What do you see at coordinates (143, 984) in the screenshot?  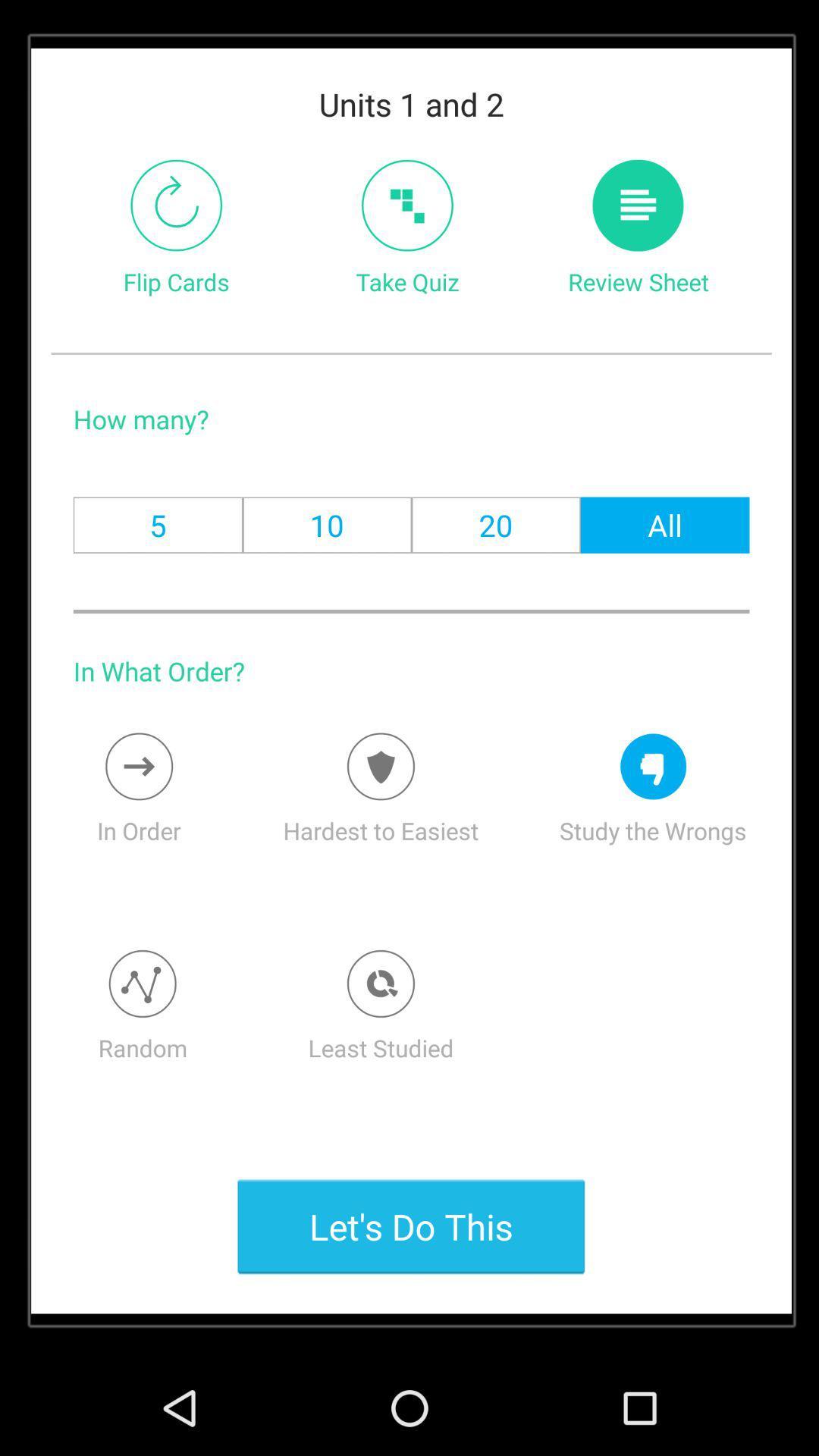 I see `categories` at bounding box center [143, 984].